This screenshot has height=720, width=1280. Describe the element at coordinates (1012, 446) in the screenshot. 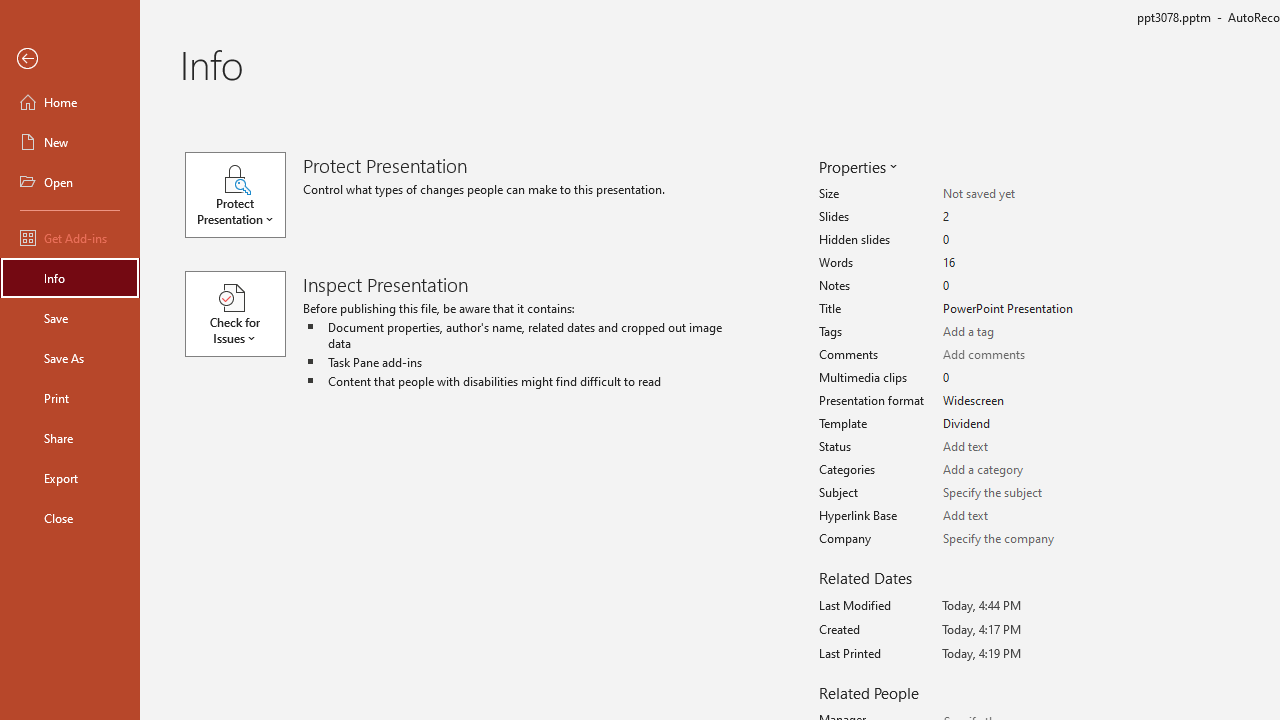

I see `'Status'` at that location.